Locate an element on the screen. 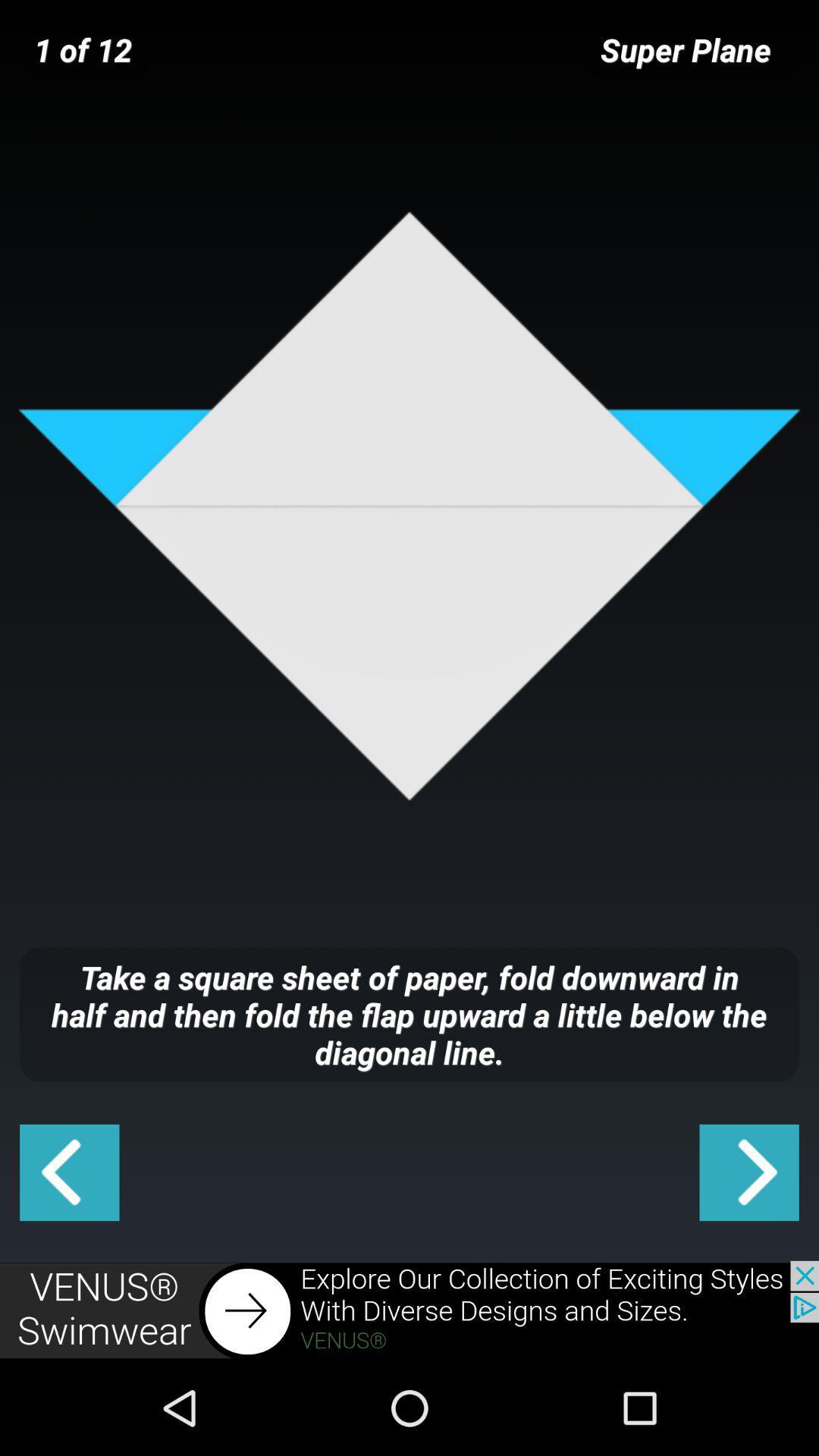 The height and width of the screenshot is (1456, 819). previous is located at coordinates (69, 1172).